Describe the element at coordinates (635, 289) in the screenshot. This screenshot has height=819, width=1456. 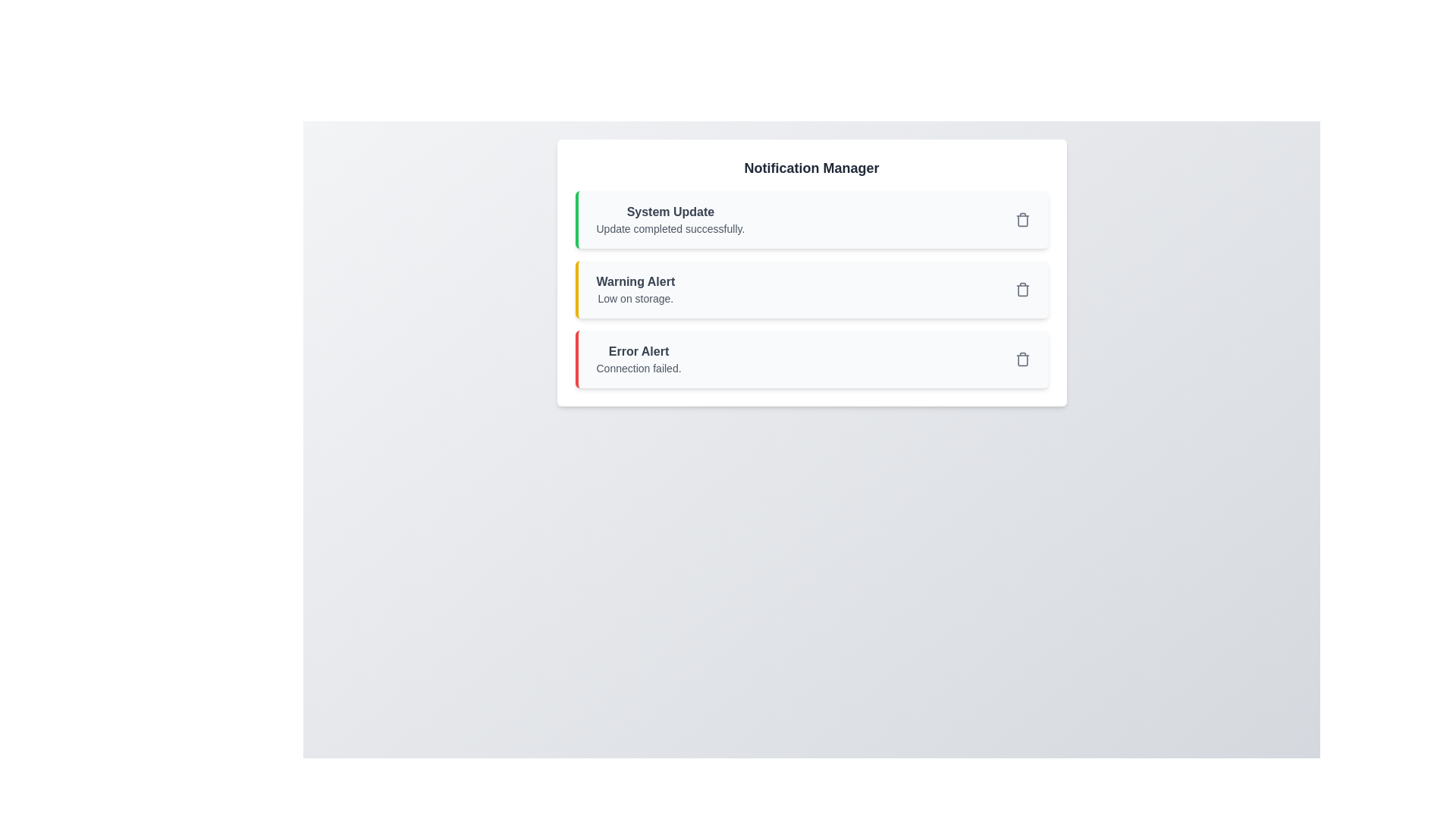
I see `warning message text from the Text Label located in the middle of the alert notifications list, positioned between the 'System Update' alert and the 'Error Alert'` at that location.